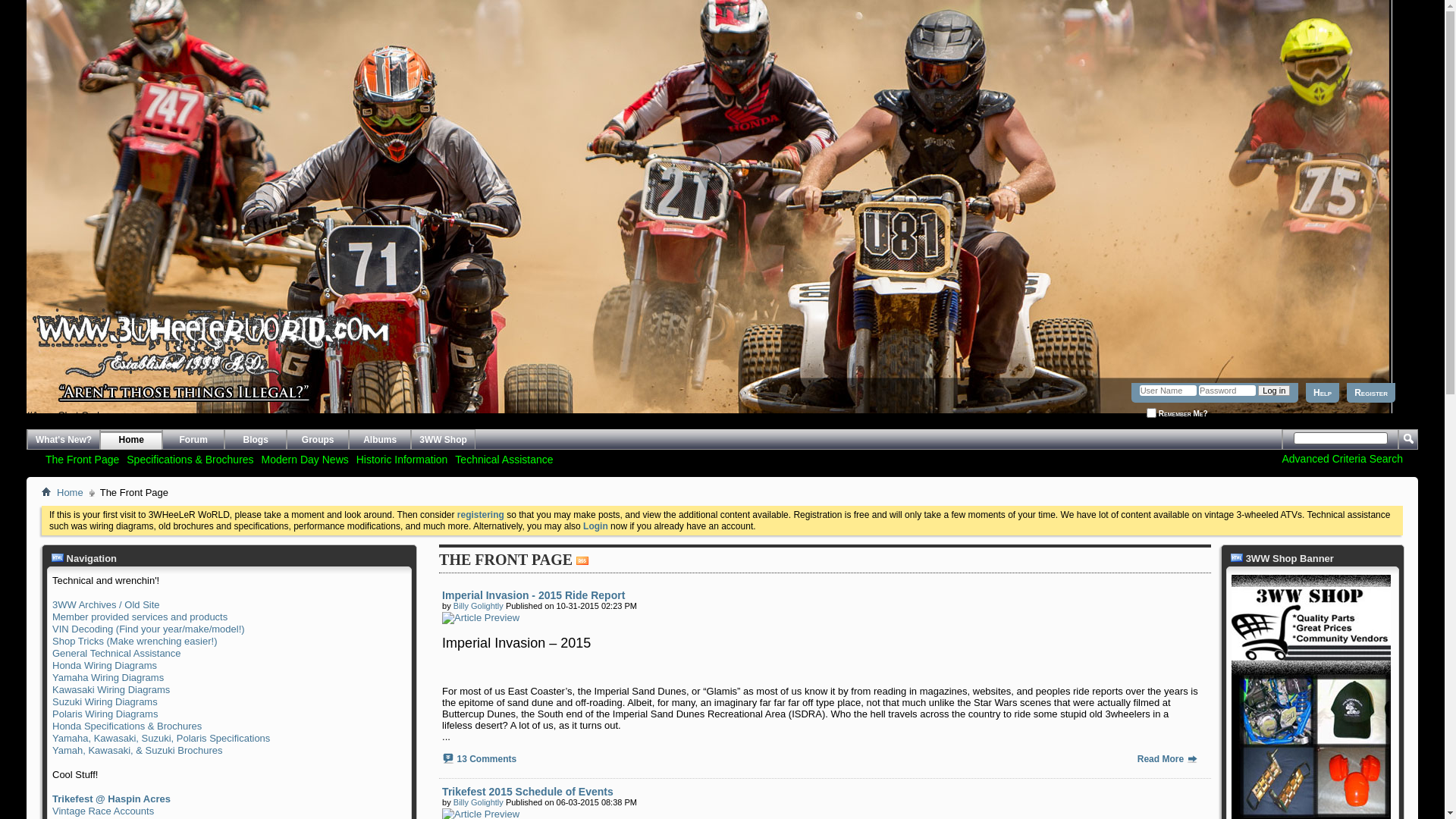 Image resolution: width=1456 pixels, height=819 pixels. What do you see at coordinates (127, 725) in the screenshot?
I see `'Honda Specifications & Brochures'` at bounding box center [127, 725].